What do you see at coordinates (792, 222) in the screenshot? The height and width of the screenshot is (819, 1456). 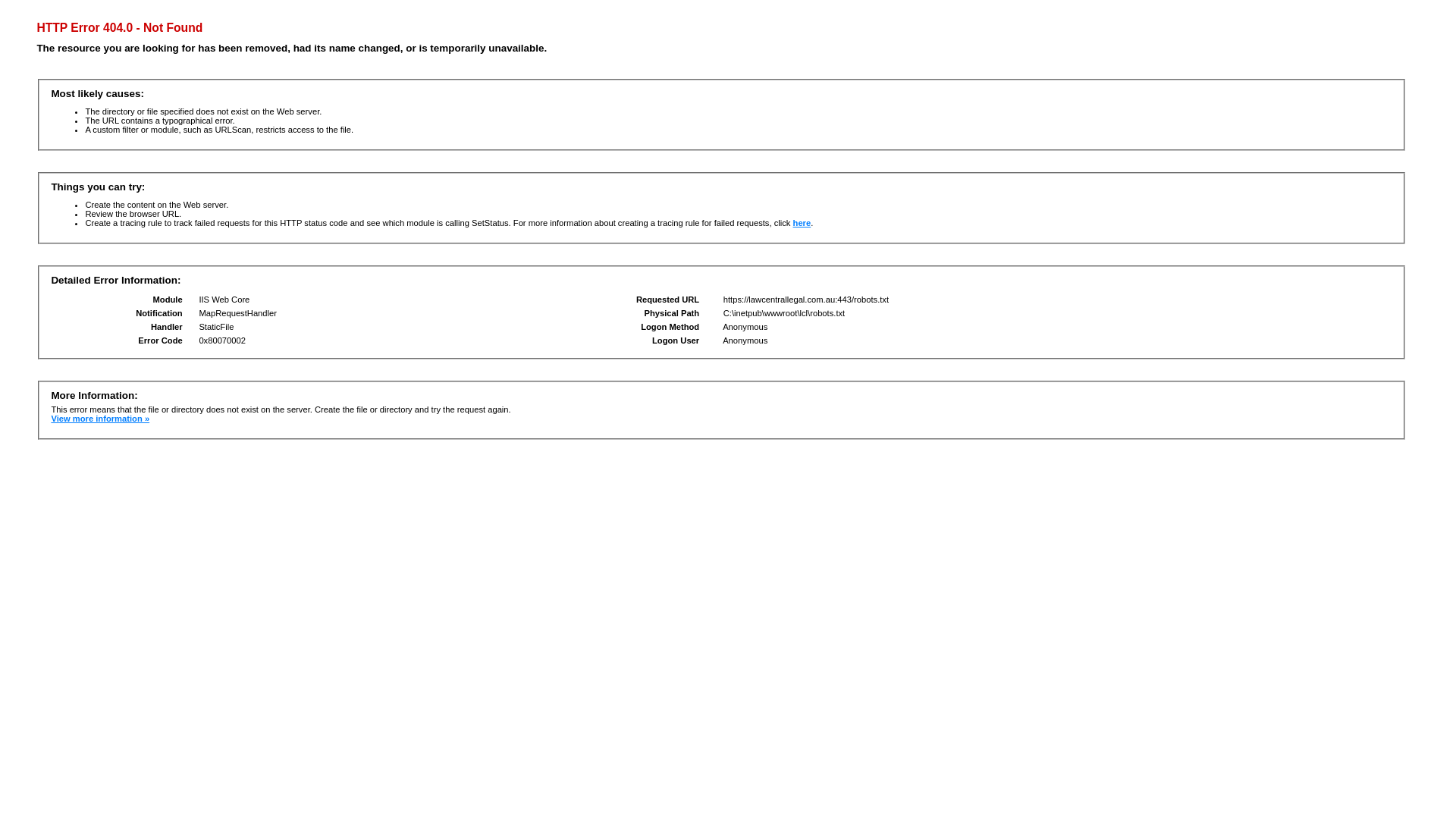 I see `'here'` at bounding box center [792, 222].